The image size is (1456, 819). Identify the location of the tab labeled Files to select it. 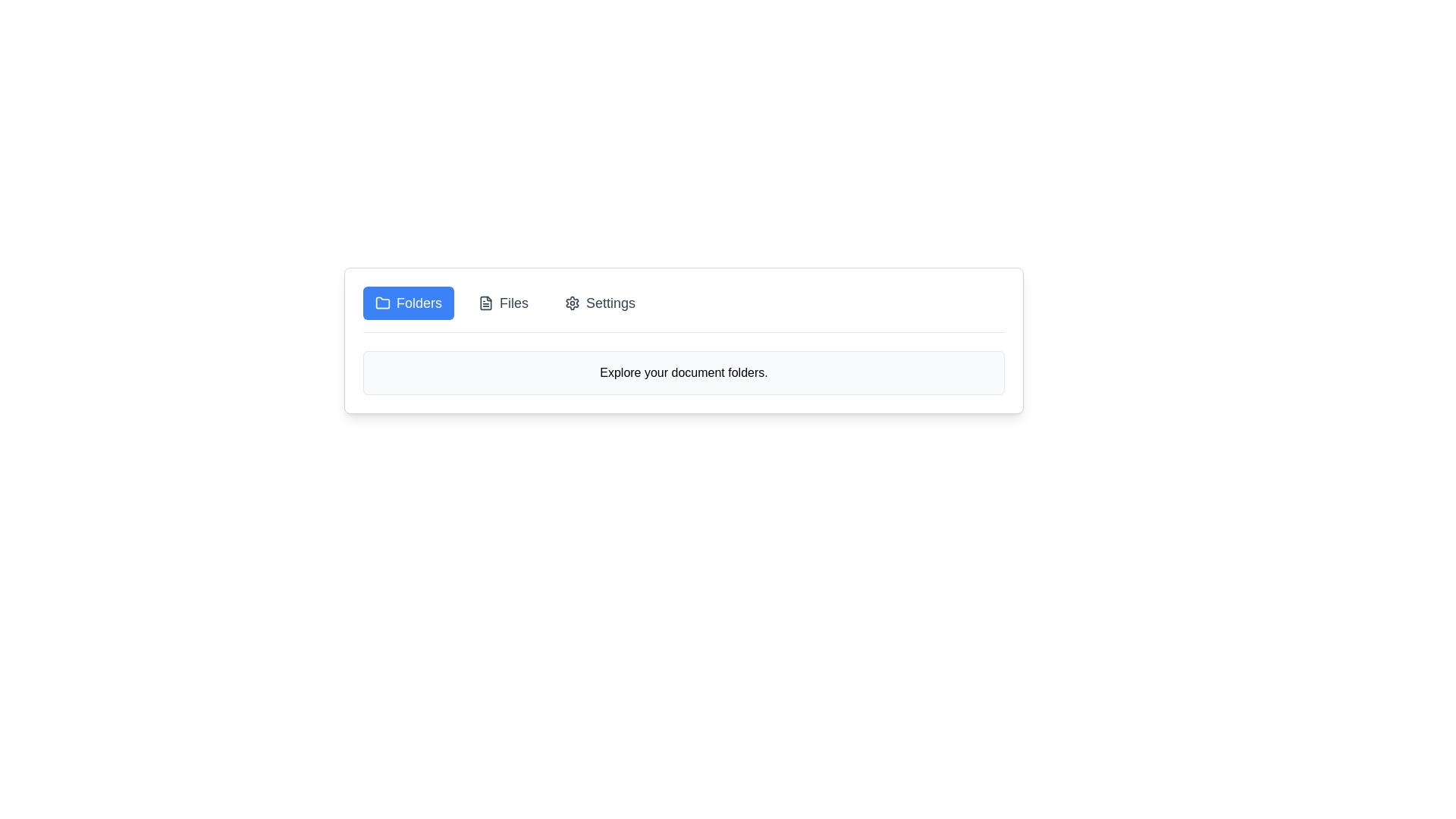
(503, 303).